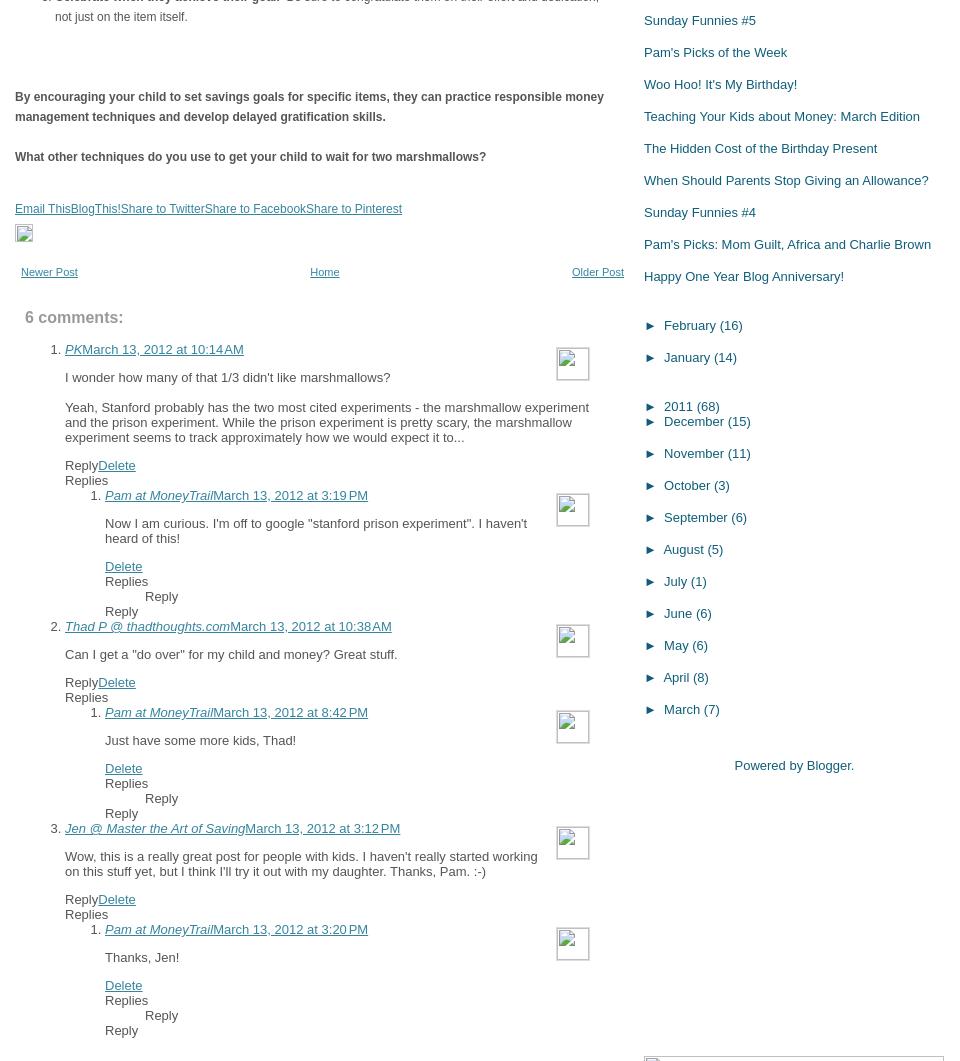 The image size is (960, 1061). I want to click on '(15)', so click(737, 420).